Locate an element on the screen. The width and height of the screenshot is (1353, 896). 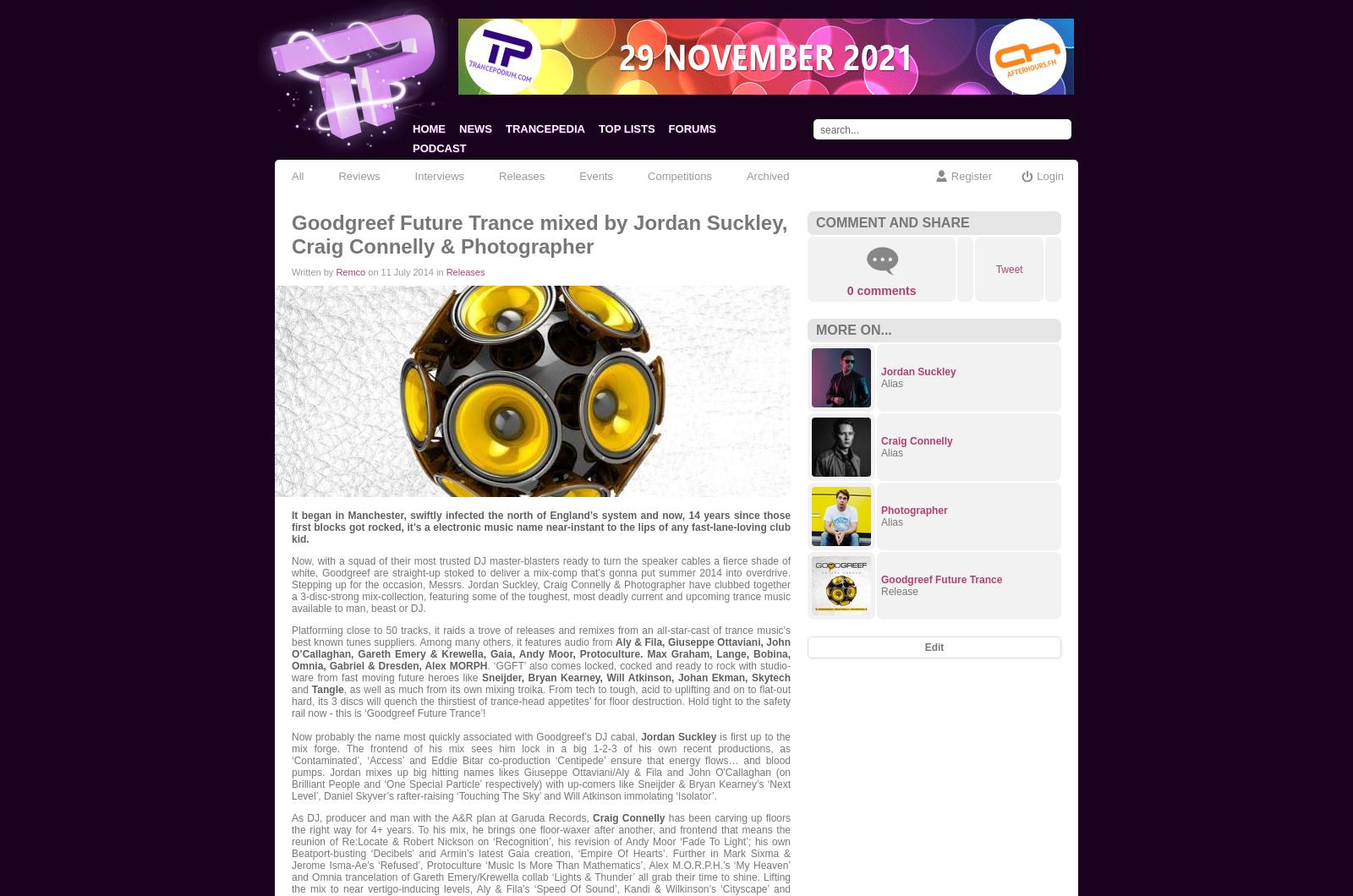
'Aly & Fila, Giuseppe Ottaviani, John O’Callaghan, Gareth Emery & Krewella, Gaia, Andy Moor, Protoculture. Max Graham, Lange, Bobina, Omnia, Gabriel & Dresden, Alex MORPH' is located at coordinates (541, 653).